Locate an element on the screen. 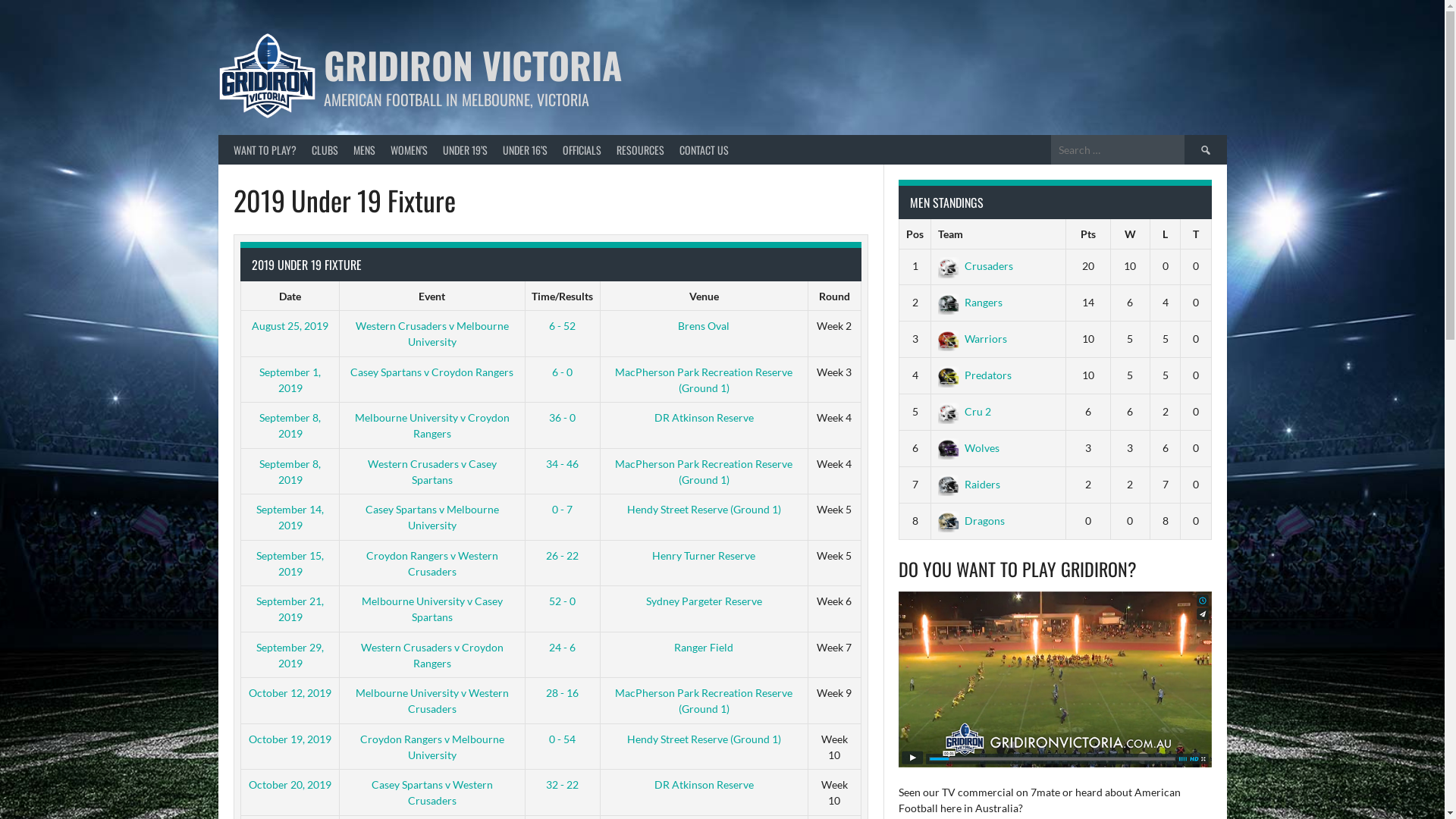 The width and height of the screenshot is (1456, 819). 'Warriors' is located at coordinates (972, 337).